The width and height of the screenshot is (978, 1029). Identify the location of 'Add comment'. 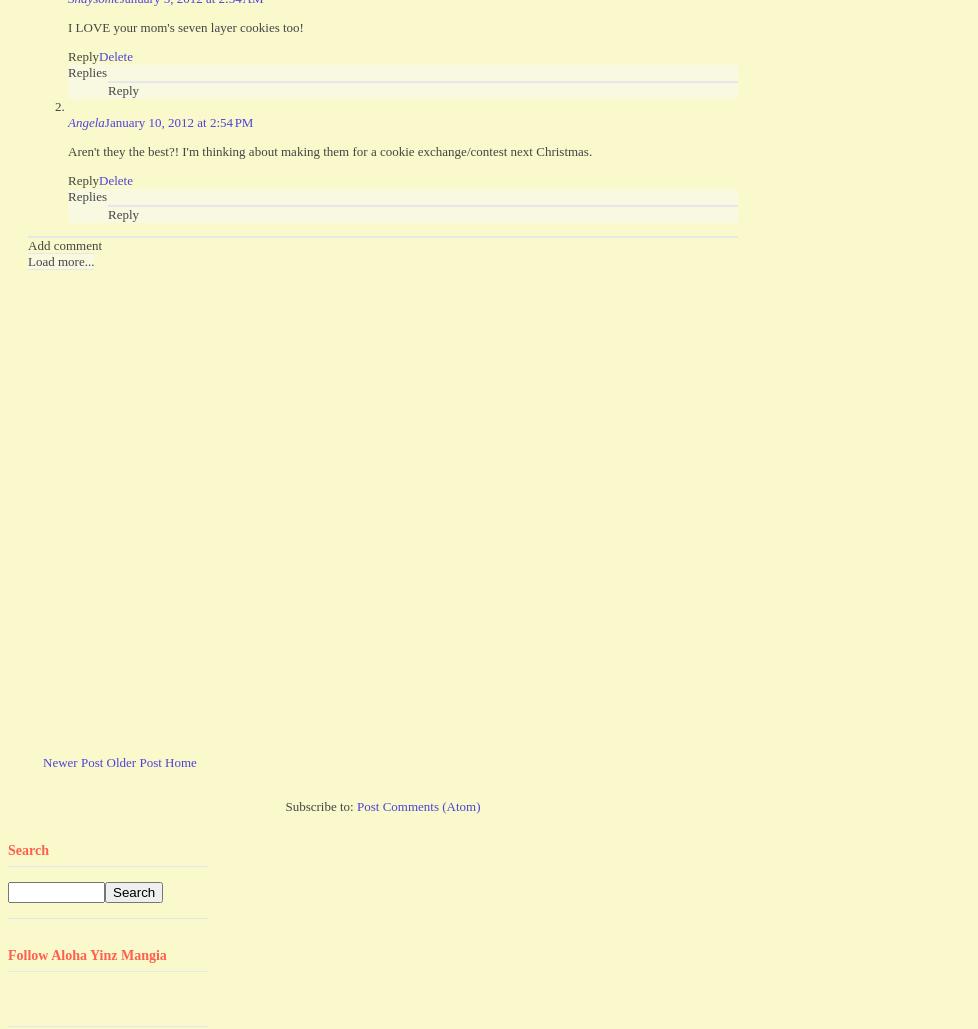
(65, 243).